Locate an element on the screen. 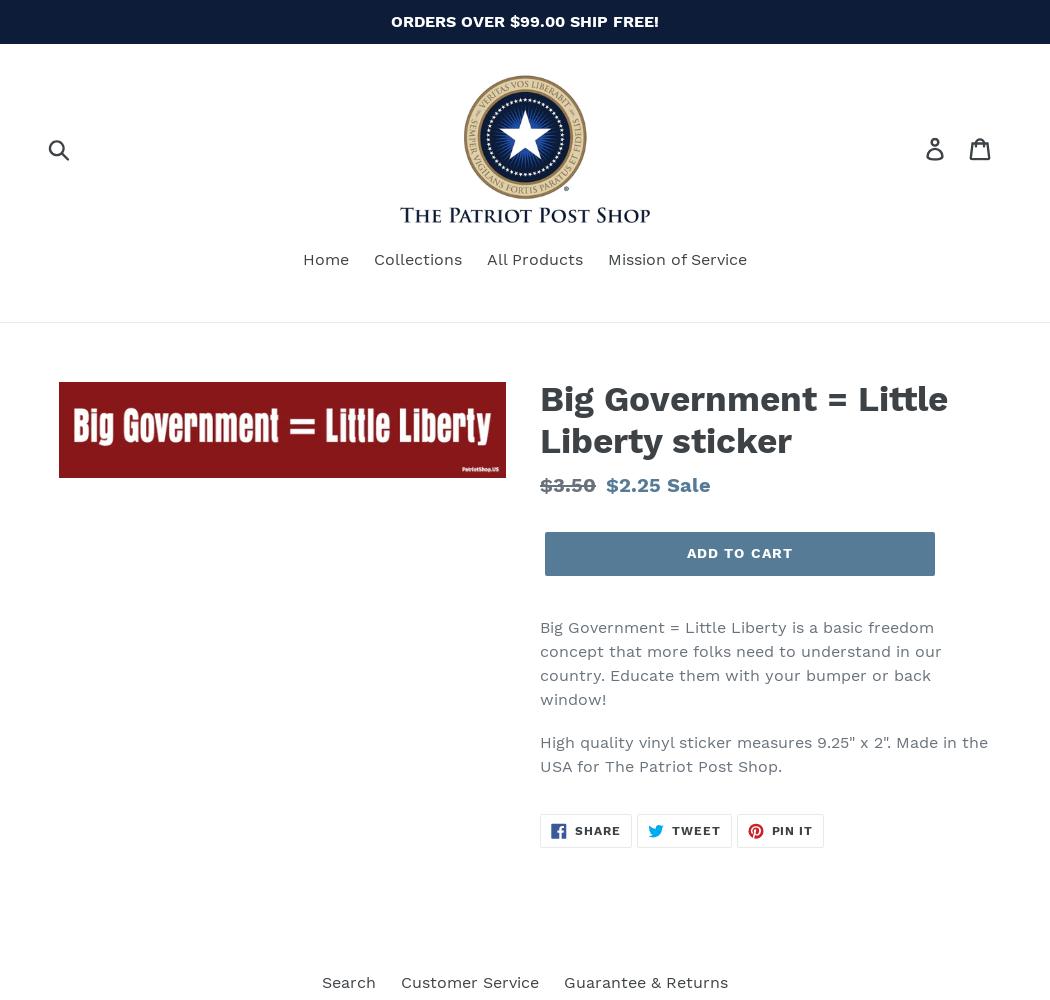  'Big Government = Little Liberty sticker' is located at coordinates (743, 419).